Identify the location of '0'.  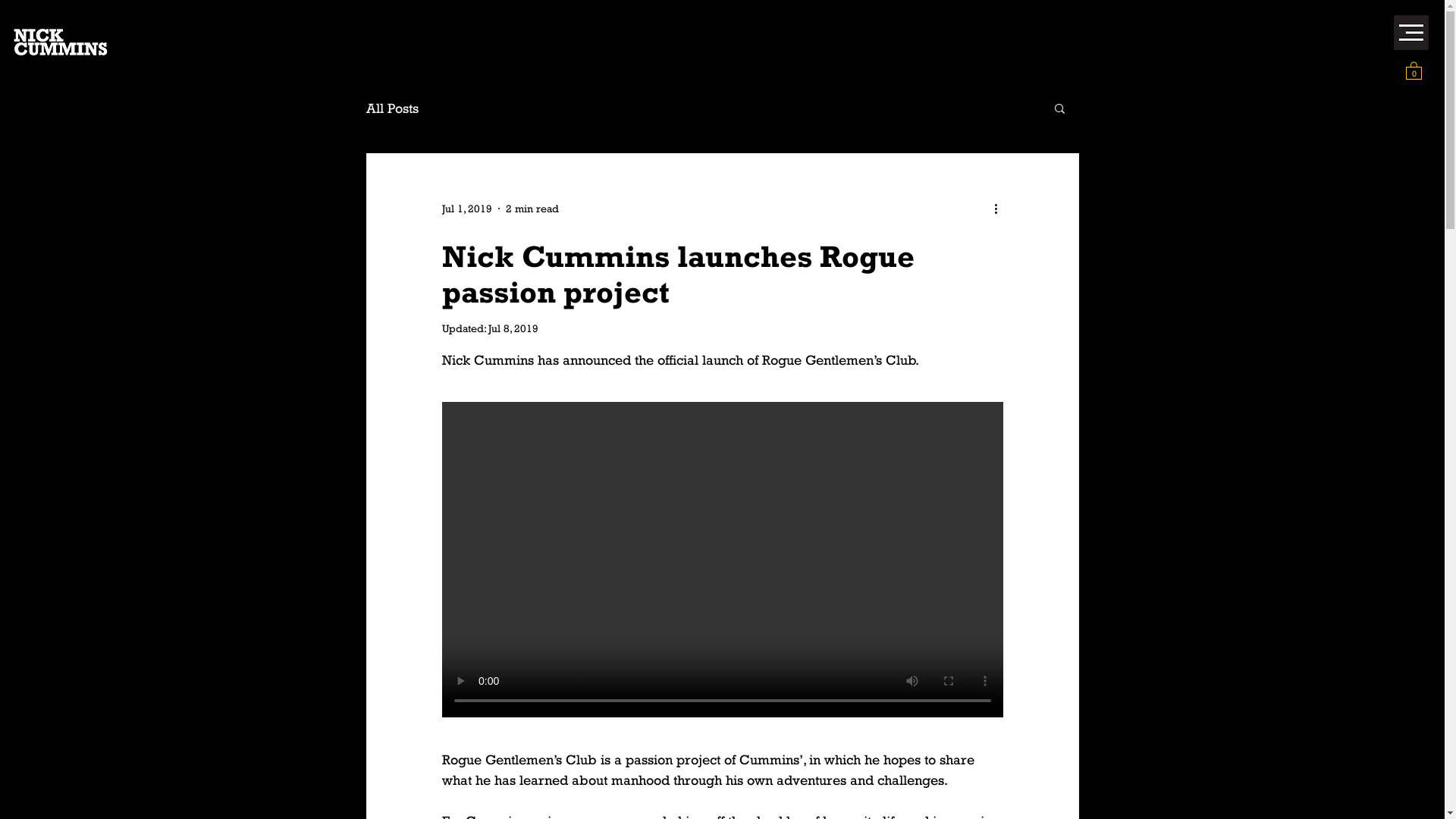
(1413, 70).